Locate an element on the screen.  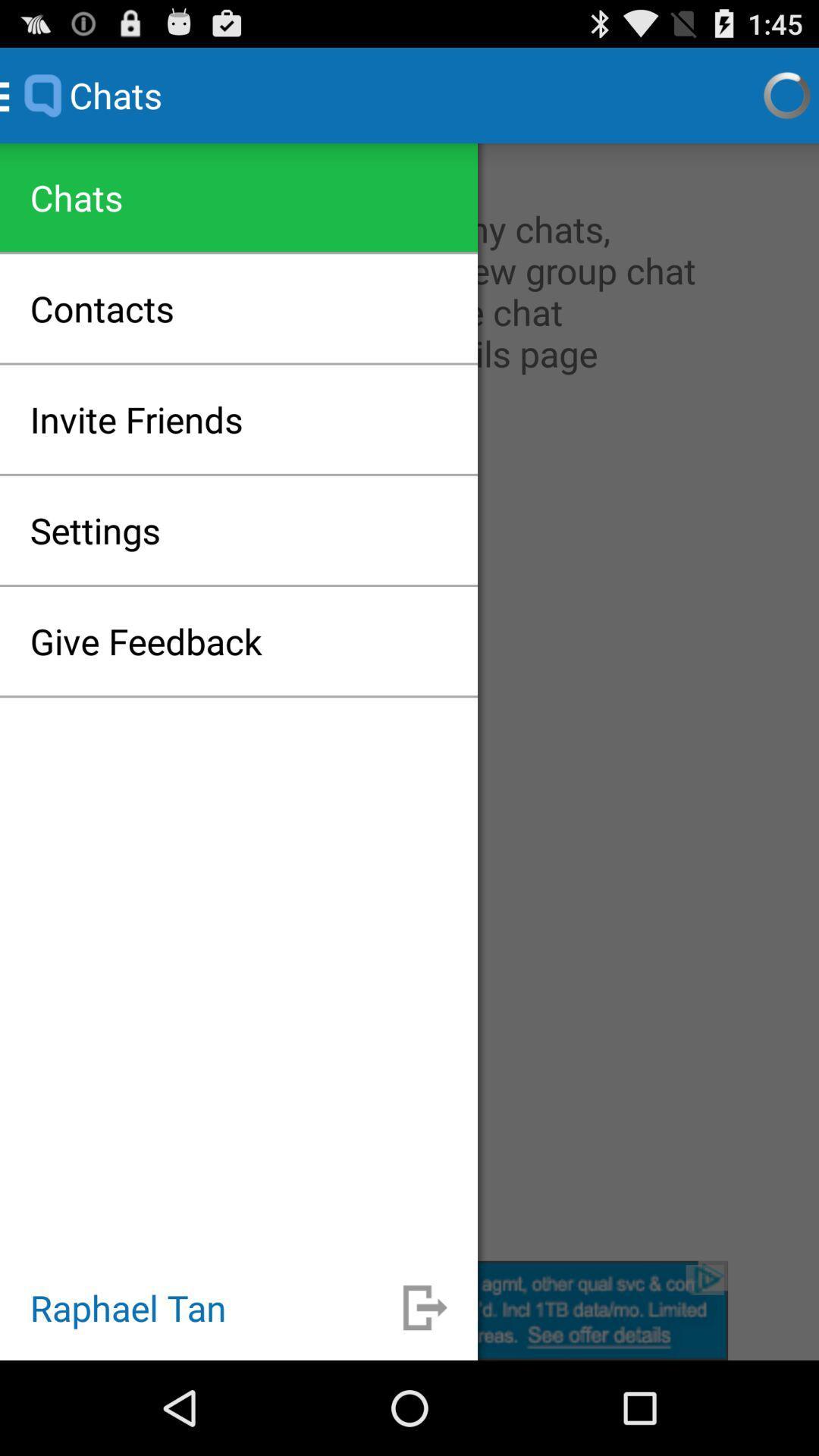
the item below the contacts icon is located at coordinates (136, 419).